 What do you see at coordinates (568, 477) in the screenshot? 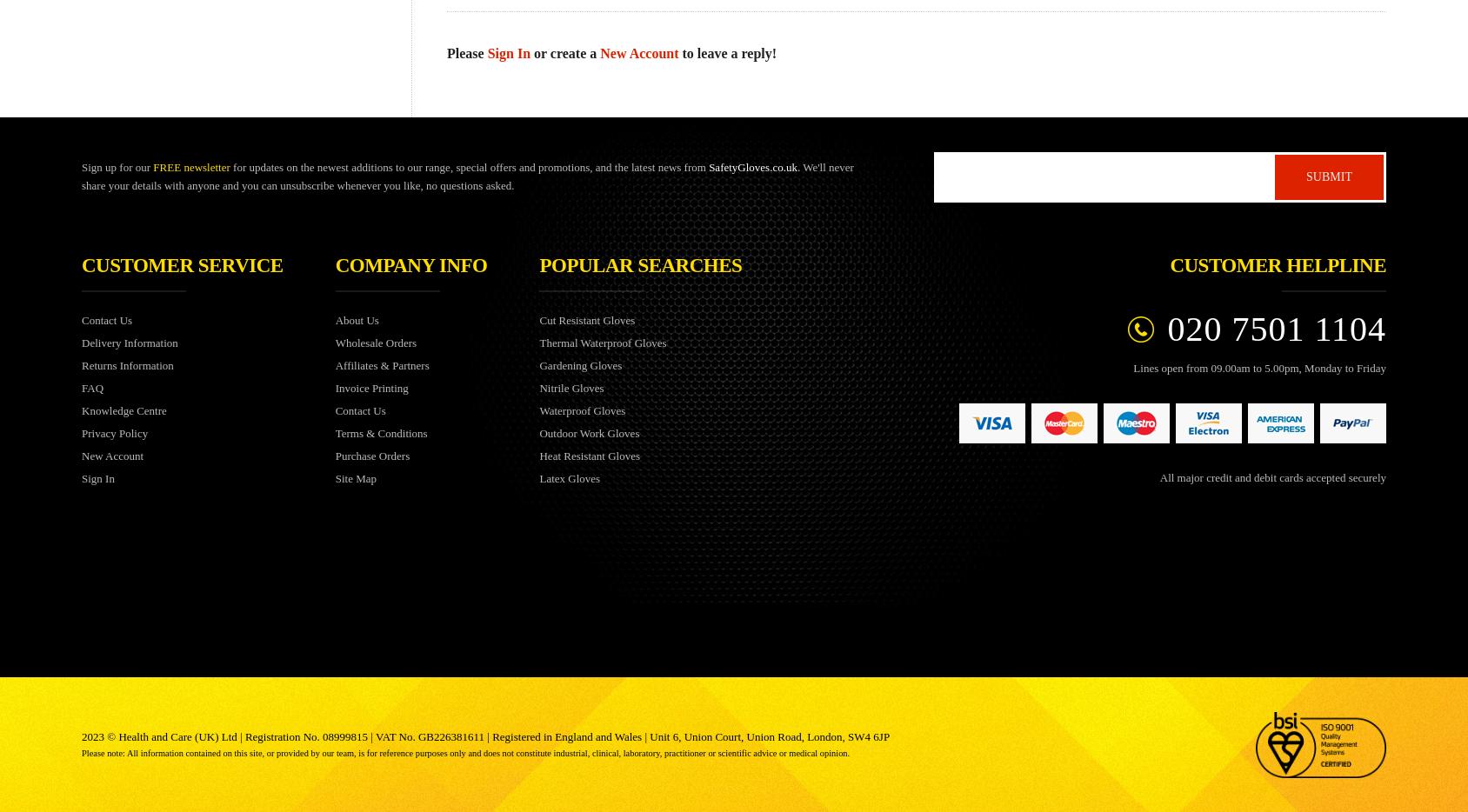
I see `'Latex Gloves'` at bounding box center [568, 477].